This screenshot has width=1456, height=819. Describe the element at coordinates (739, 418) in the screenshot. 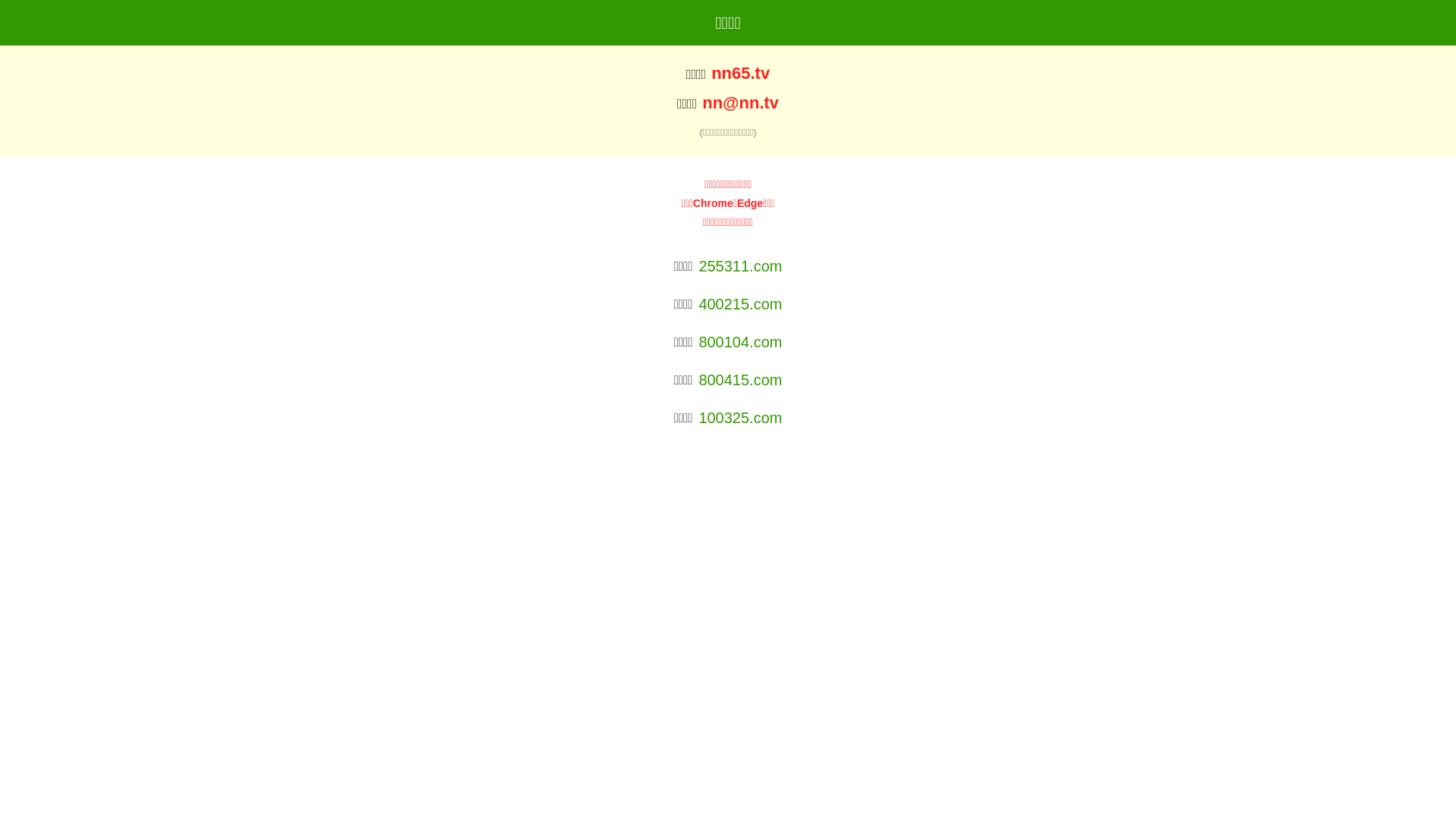

I see `'100325.com'` at that location.